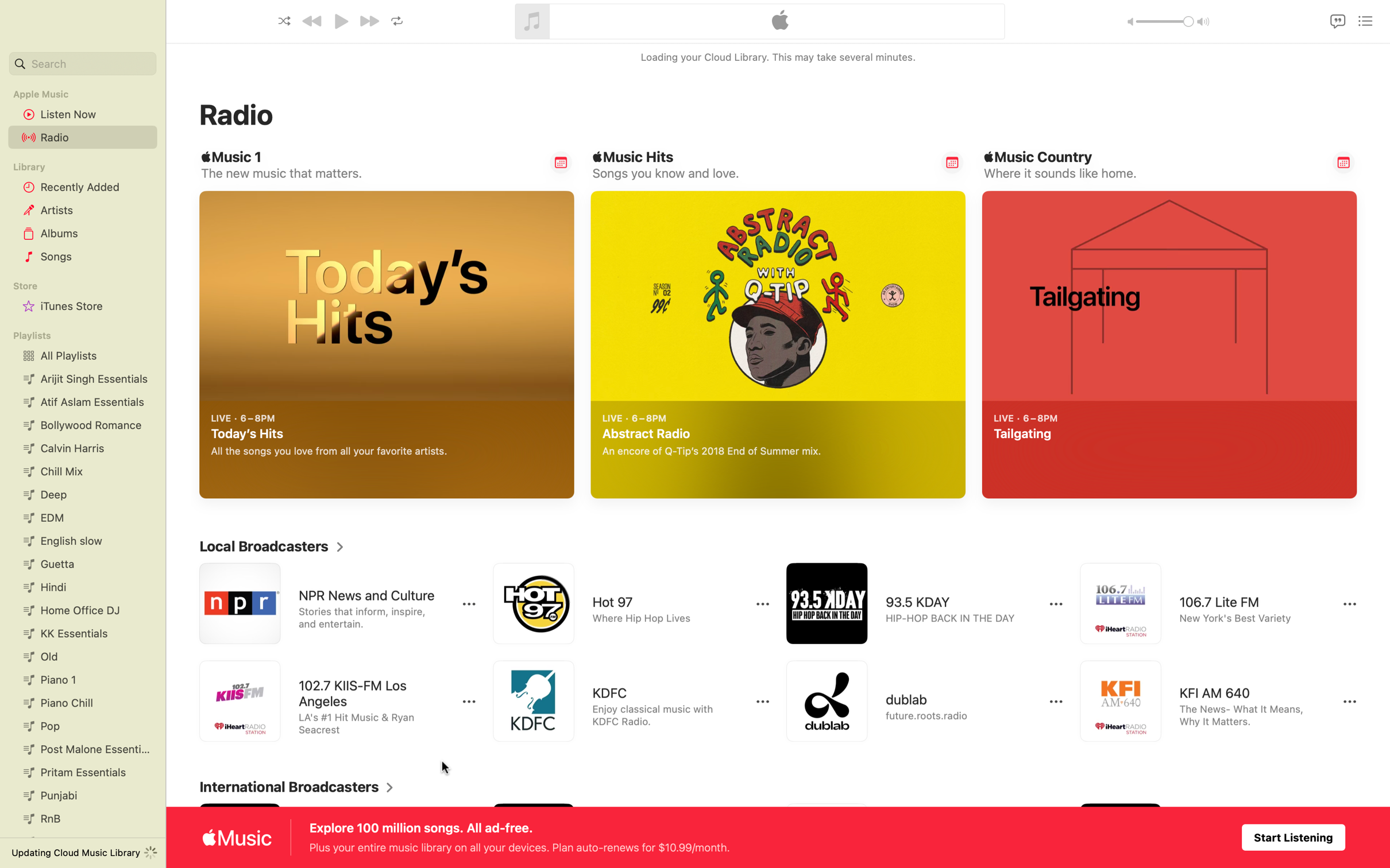  I want to click on Begin playback of today"s popular music, so click(1303820, 723478).